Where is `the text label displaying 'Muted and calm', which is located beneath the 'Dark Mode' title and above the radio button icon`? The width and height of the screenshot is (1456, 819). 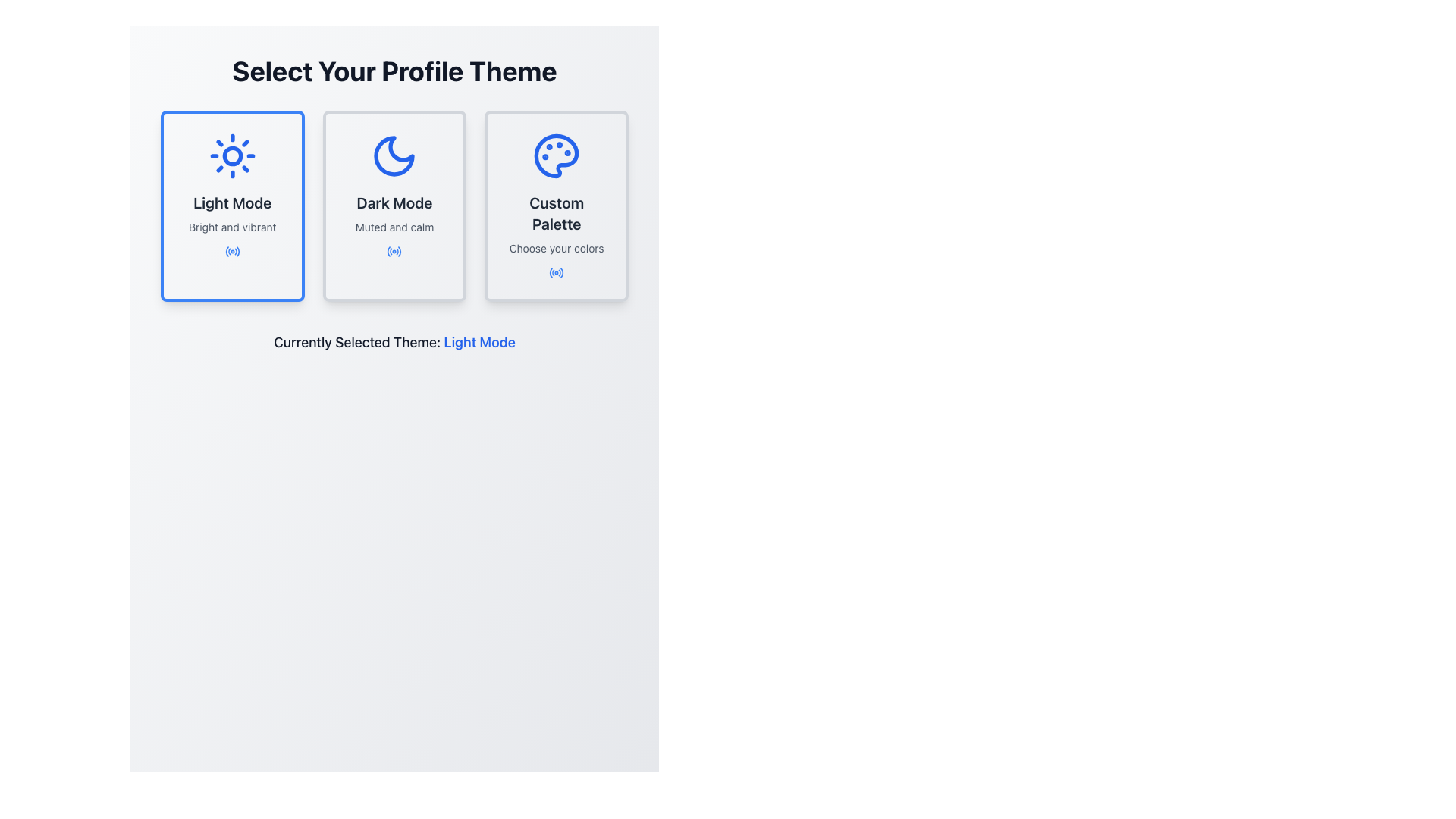 the text label displaying 'Muted and calm', which is located beneath the 'Dark Mode' title and above the radio button icon is located at coordinates (394, 227).